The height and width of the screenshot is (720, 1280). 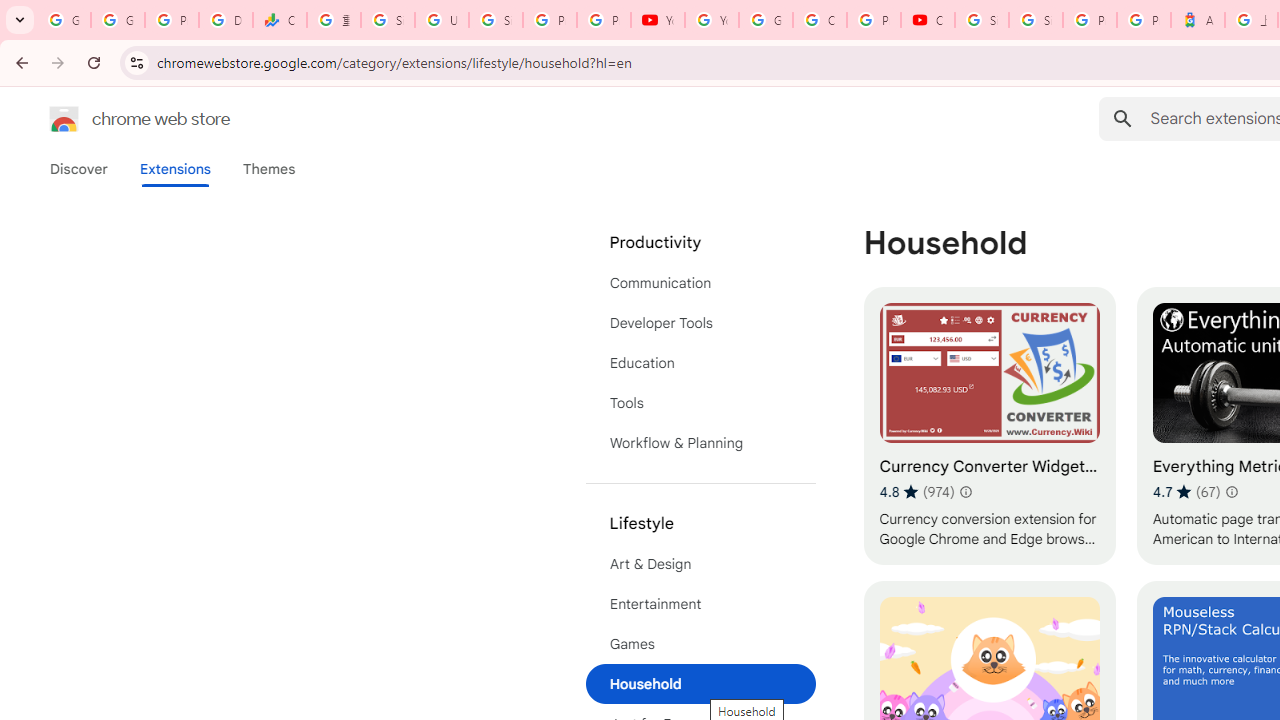 I want to click on 'Google Account Help', so click(x=765, y=20).